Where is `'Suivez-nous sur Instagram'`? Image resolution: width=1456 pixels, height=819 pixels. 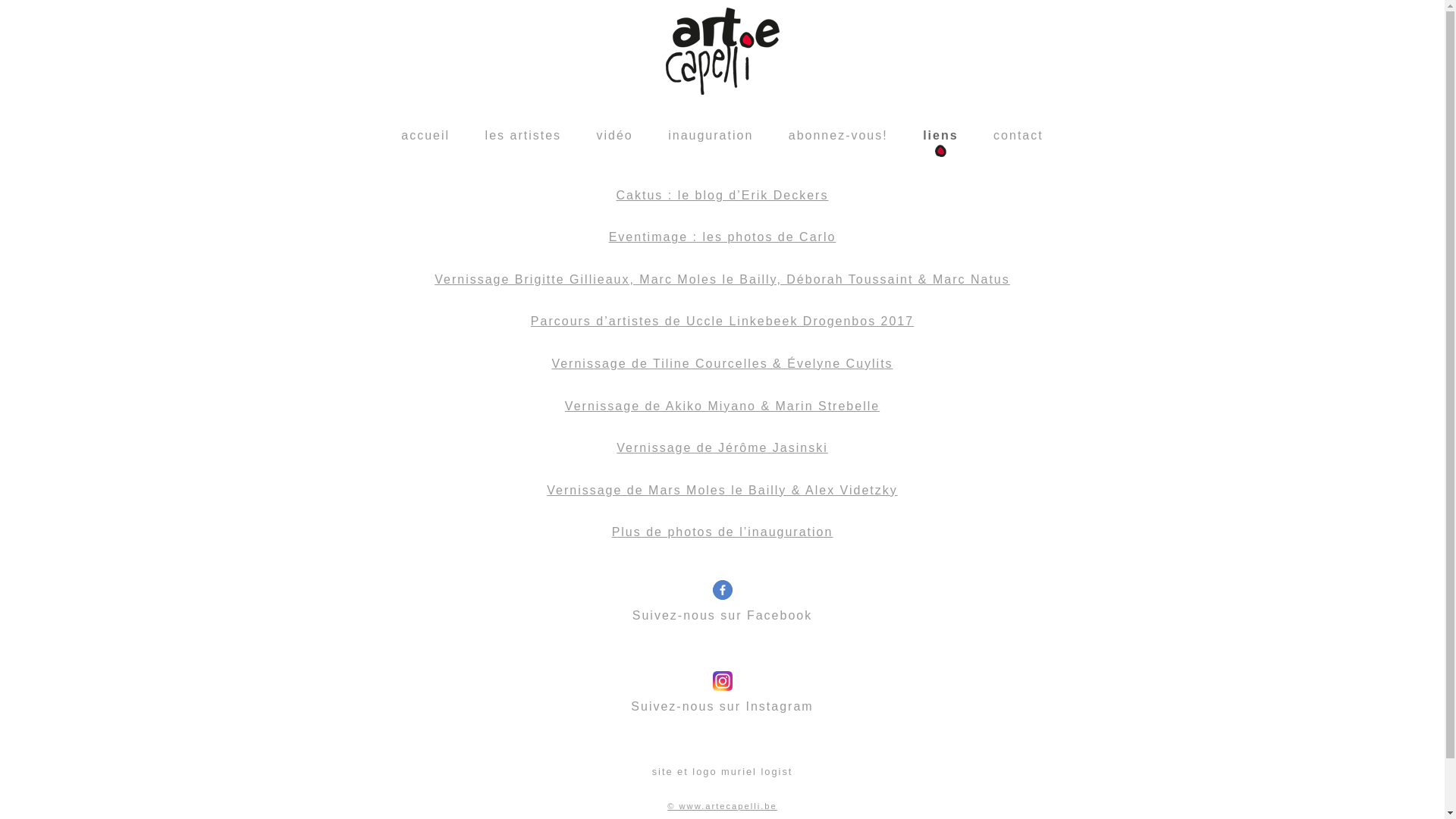 'Suivez-nous sur Instagram' is located at coordinates (721, 681).